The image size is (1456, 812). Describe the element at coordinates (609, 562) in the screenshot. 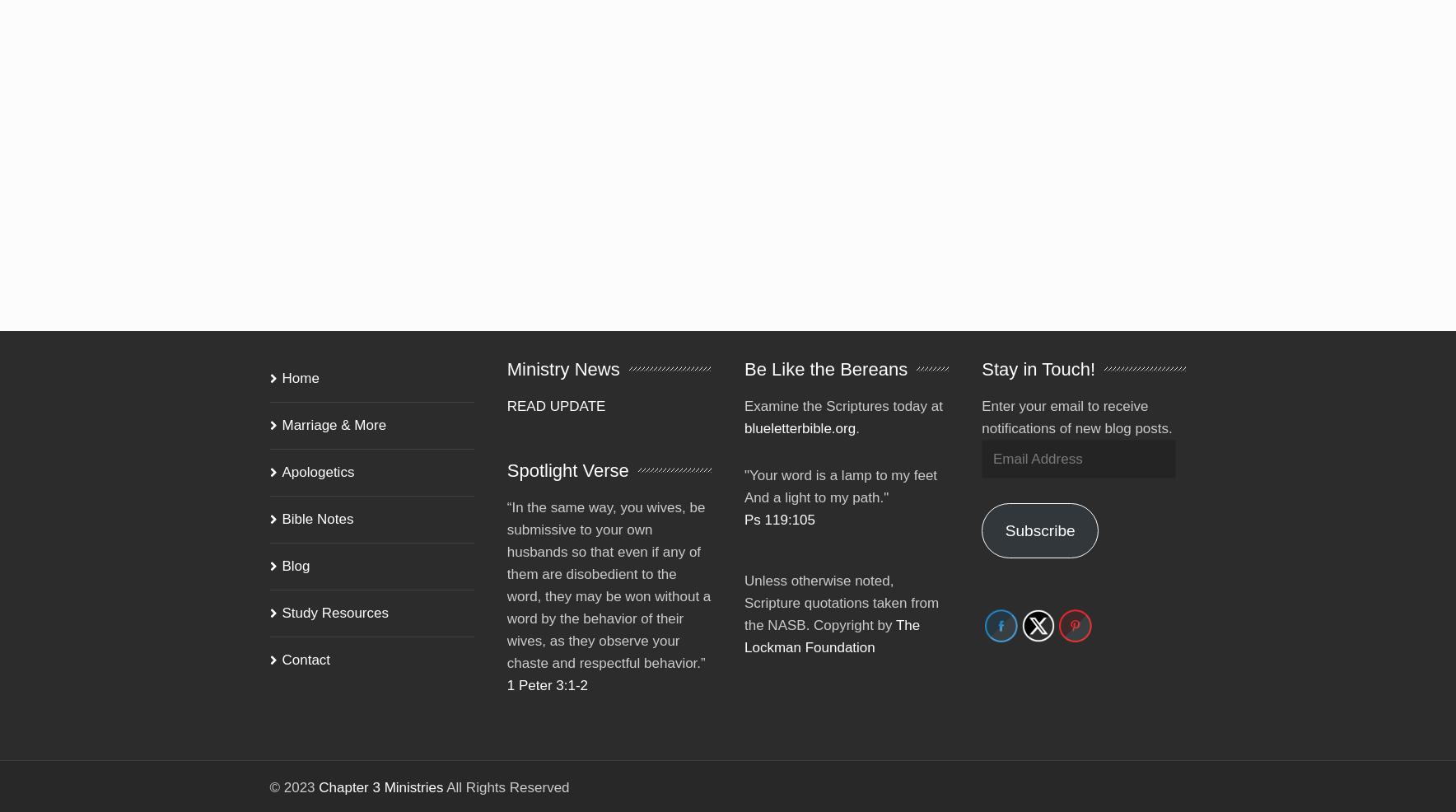

I see `'“In the same way, you wives, be submissive to your own husbands so that even if any of them are disobedient to the word, they may be won without a word by the behavior of their wives, as they observe your chaste and respectful behavior.”'` at that location.